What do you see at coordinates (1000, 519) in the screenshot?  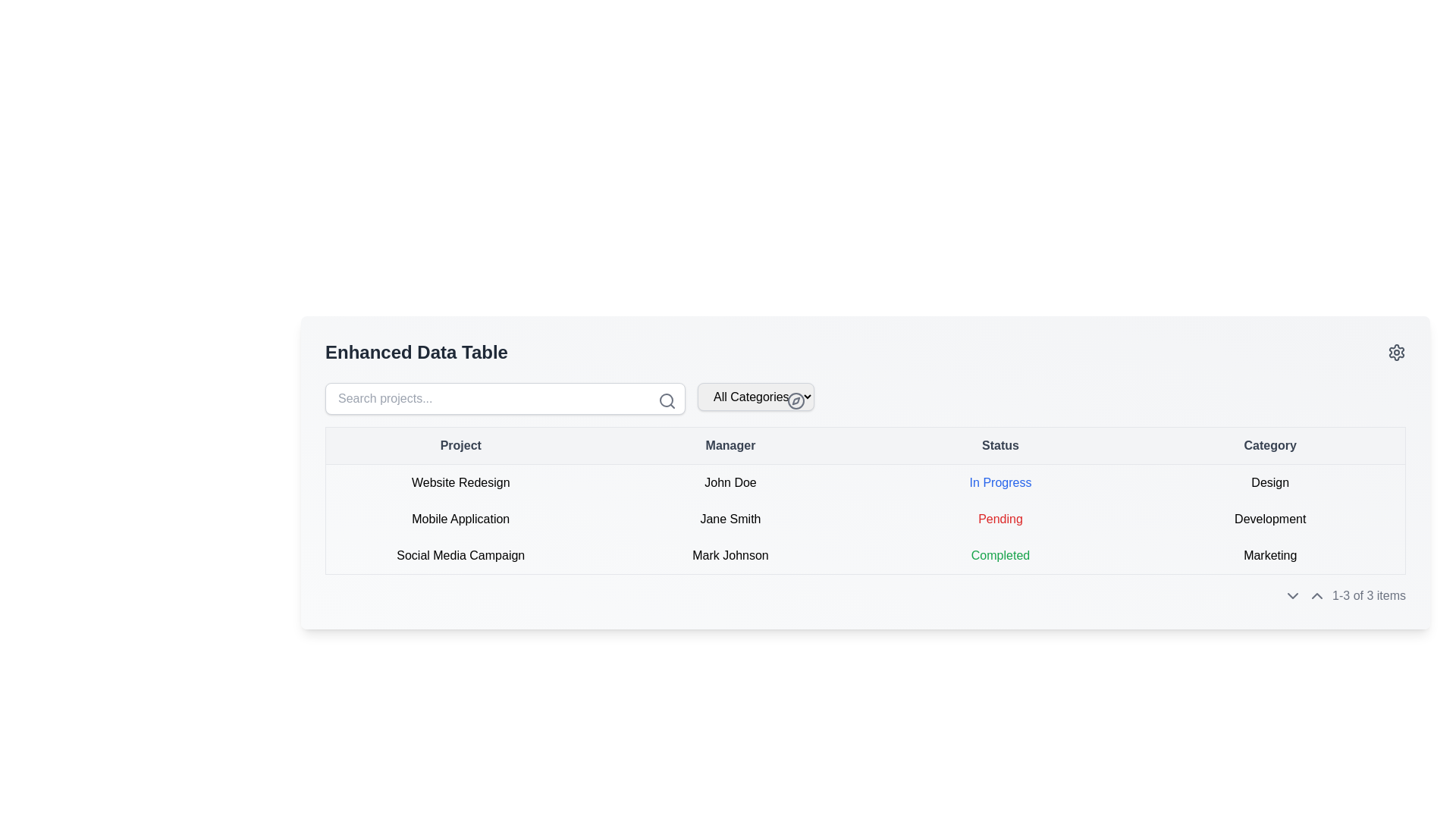 I see `the 'Pending' text label, which is styled in bold red text and located in the third column of the second row under the 'Status' header for the 'Mobile Application' project managed by 'Jane Smith.'` at bounding box center [1000, 519].